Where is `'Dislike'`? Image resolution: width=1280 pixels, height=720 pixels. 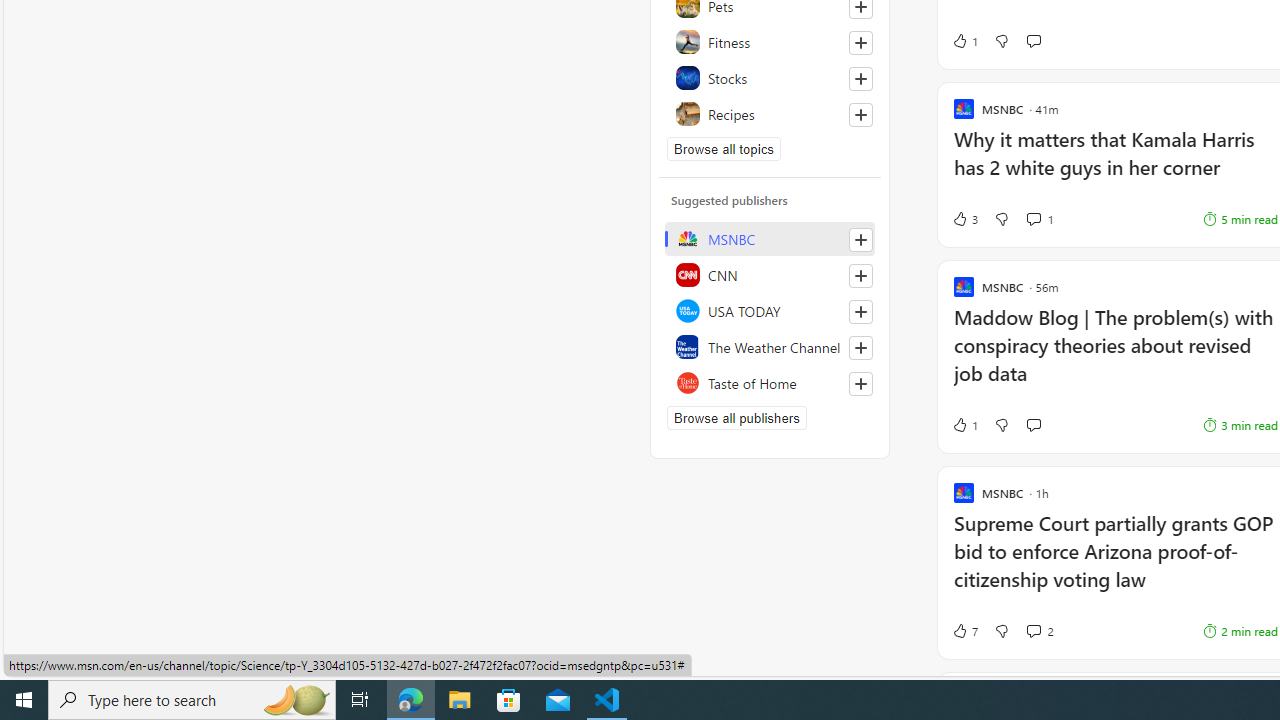 'Dislike' is located at coordinates (1001, 631).